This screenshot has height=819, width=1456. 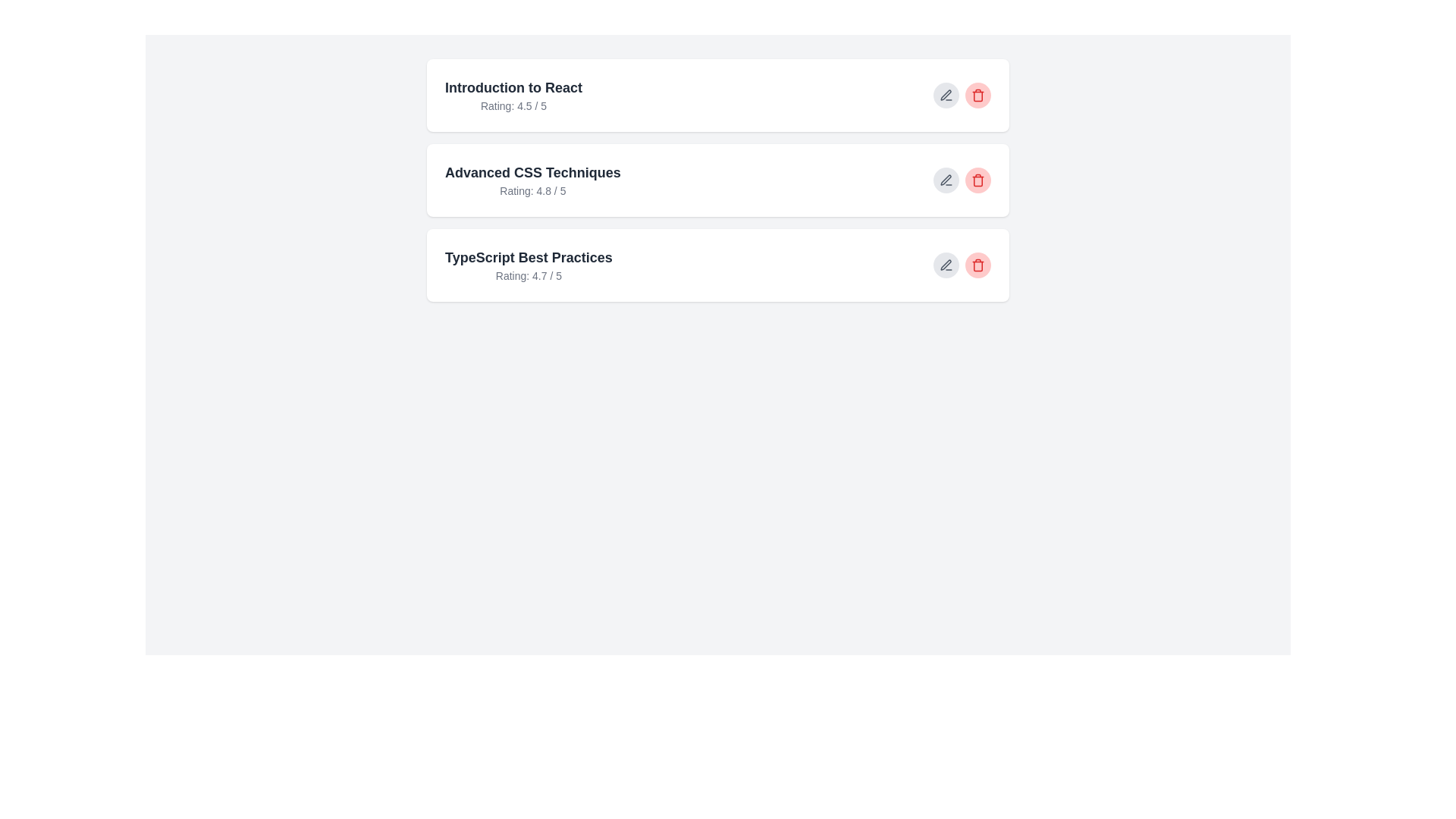 I want to click on the delete button located in the top-right corner of its respective list item, so click(x=978, y=265).